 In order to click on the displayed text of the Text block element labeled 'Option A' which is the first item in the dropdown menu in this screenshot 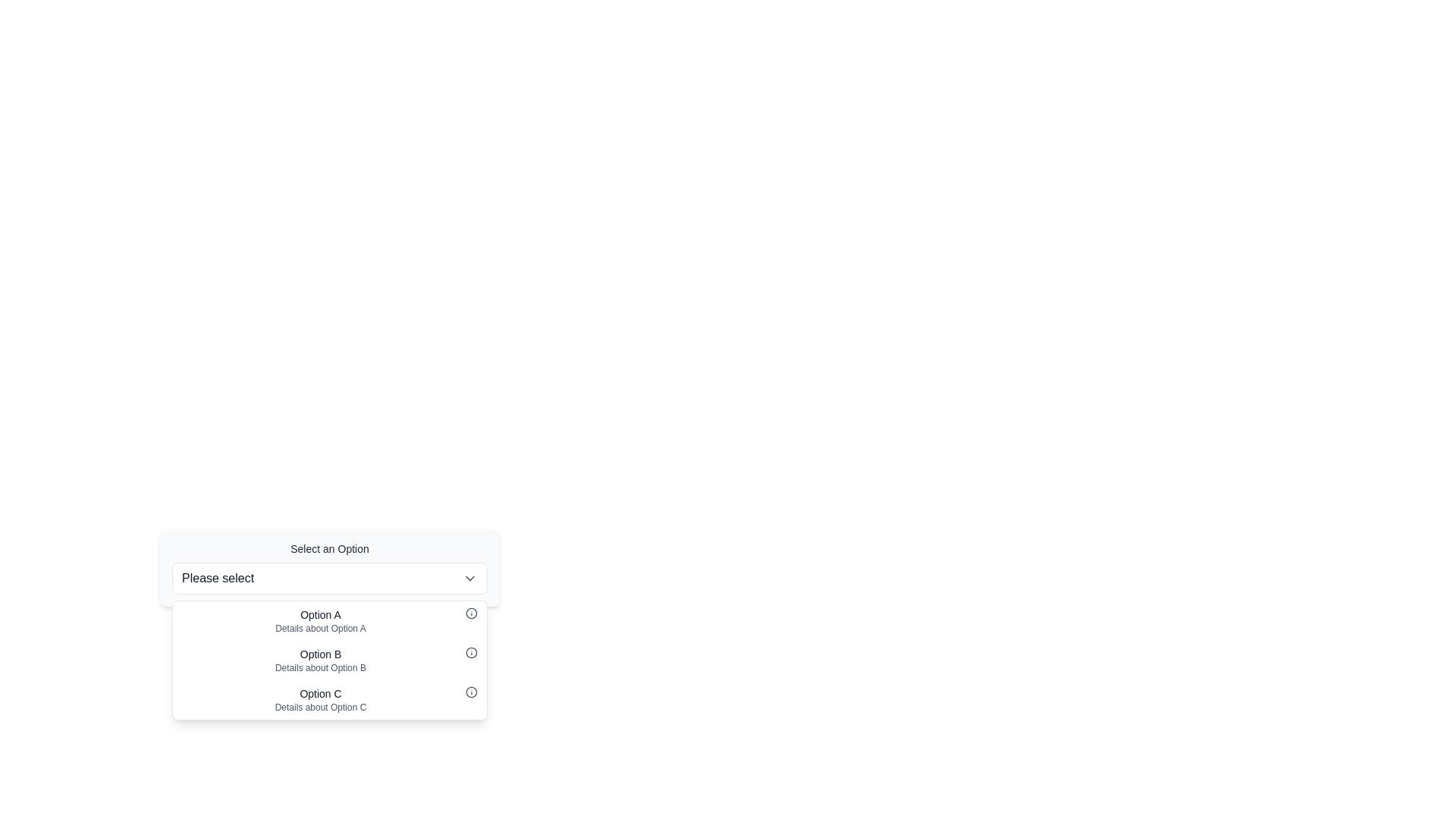, I will do `click(319, 620)`.